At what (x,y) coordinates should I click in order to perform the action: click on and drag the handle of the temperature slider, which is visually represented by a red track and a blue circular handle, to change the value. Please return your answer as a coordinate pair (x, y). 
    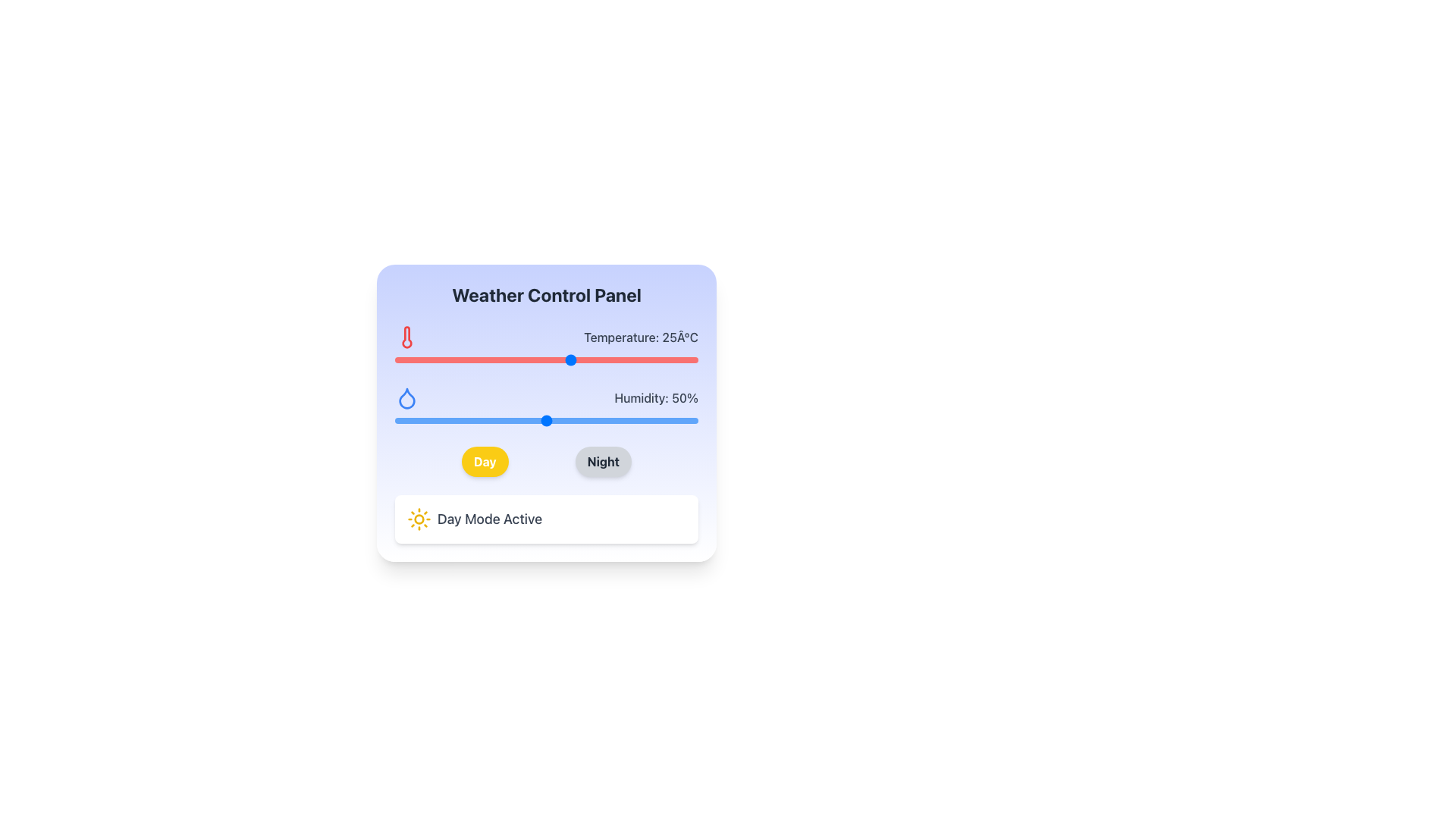
    Looking at the image, I should click on (546, 359).